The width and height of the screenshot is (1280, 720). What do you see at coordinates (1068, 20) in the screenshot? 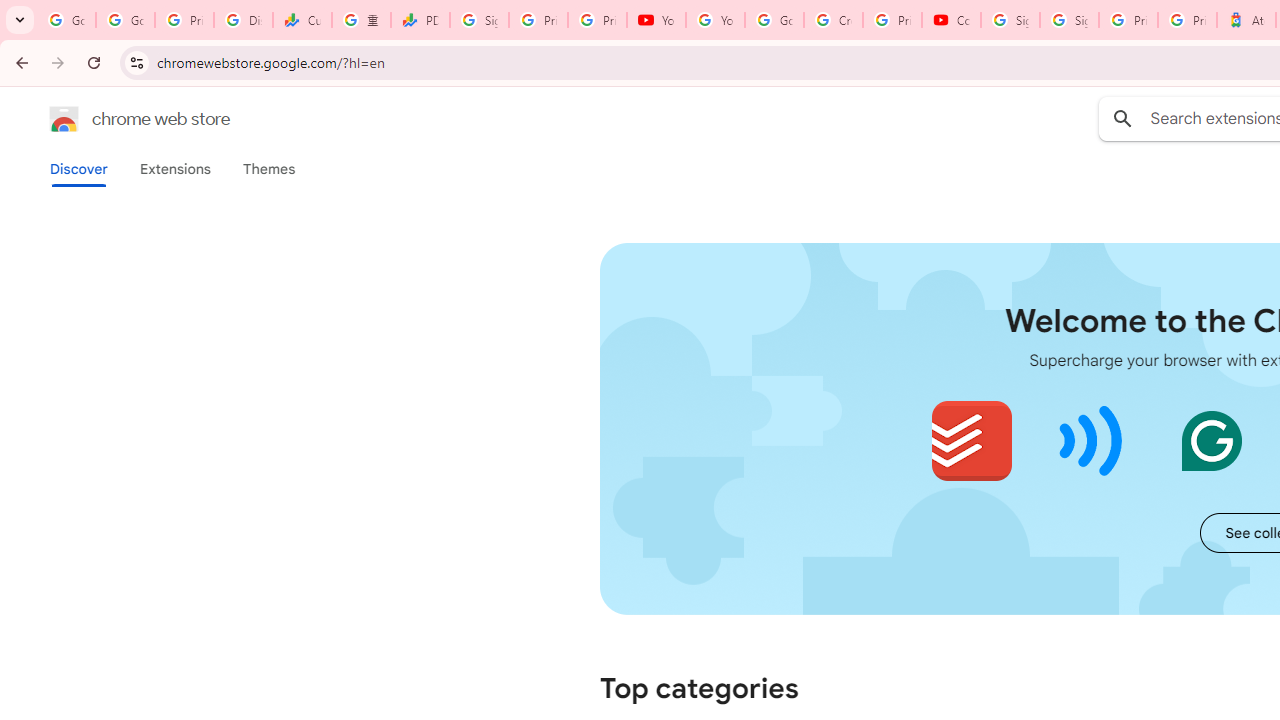
I see `'Sign in - Google Accounts'` at bounding box center [1068, 20].